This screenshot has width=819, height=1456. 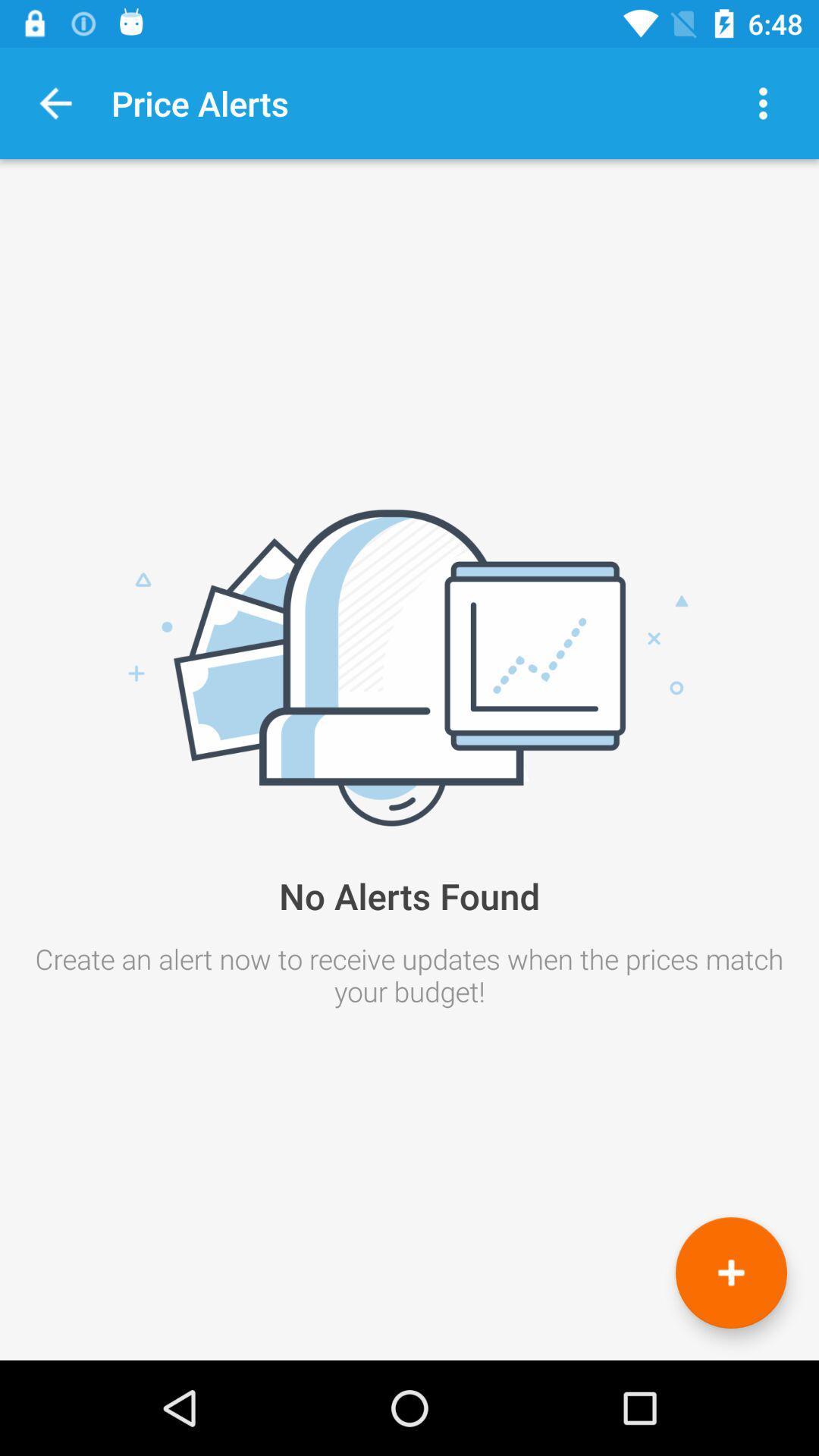 What do you see at coordinates (55, 102) in the screenshot?
I see `item next to the price alerts` at bounding box center [55, 102].